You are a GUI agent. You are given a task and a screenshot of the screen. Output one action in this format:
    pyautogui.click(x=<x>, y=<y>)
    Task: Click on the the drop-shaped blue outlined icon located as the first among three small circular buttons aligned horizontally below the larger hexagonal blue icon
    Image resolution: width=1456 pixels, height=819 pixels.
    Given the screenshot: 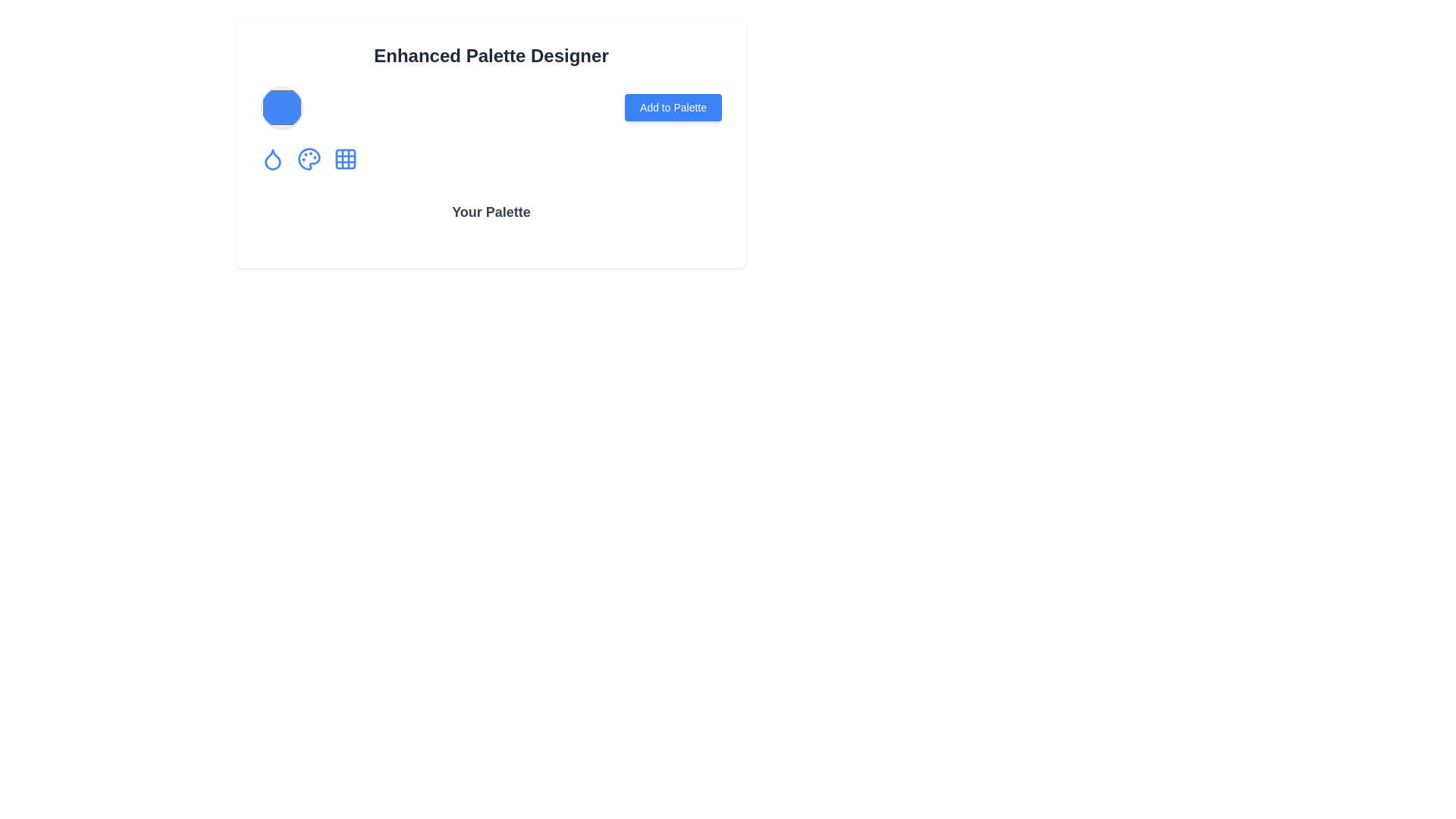 What is the action you would take?
    pyautogui.click(x=273, y=158)
    